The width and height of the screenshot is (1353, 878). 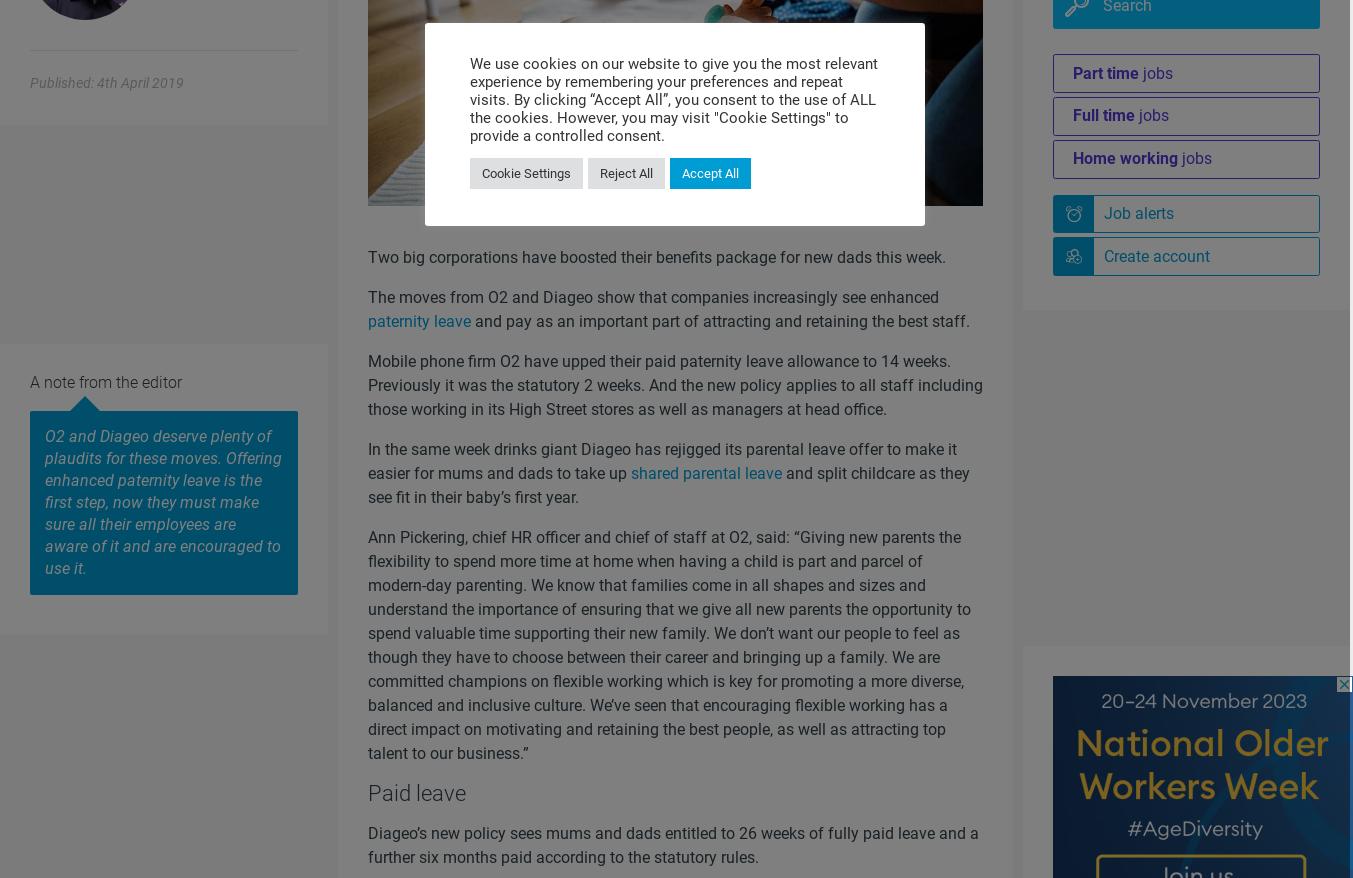 I want to click on 'paternity leave', so click(x=418, y=321).